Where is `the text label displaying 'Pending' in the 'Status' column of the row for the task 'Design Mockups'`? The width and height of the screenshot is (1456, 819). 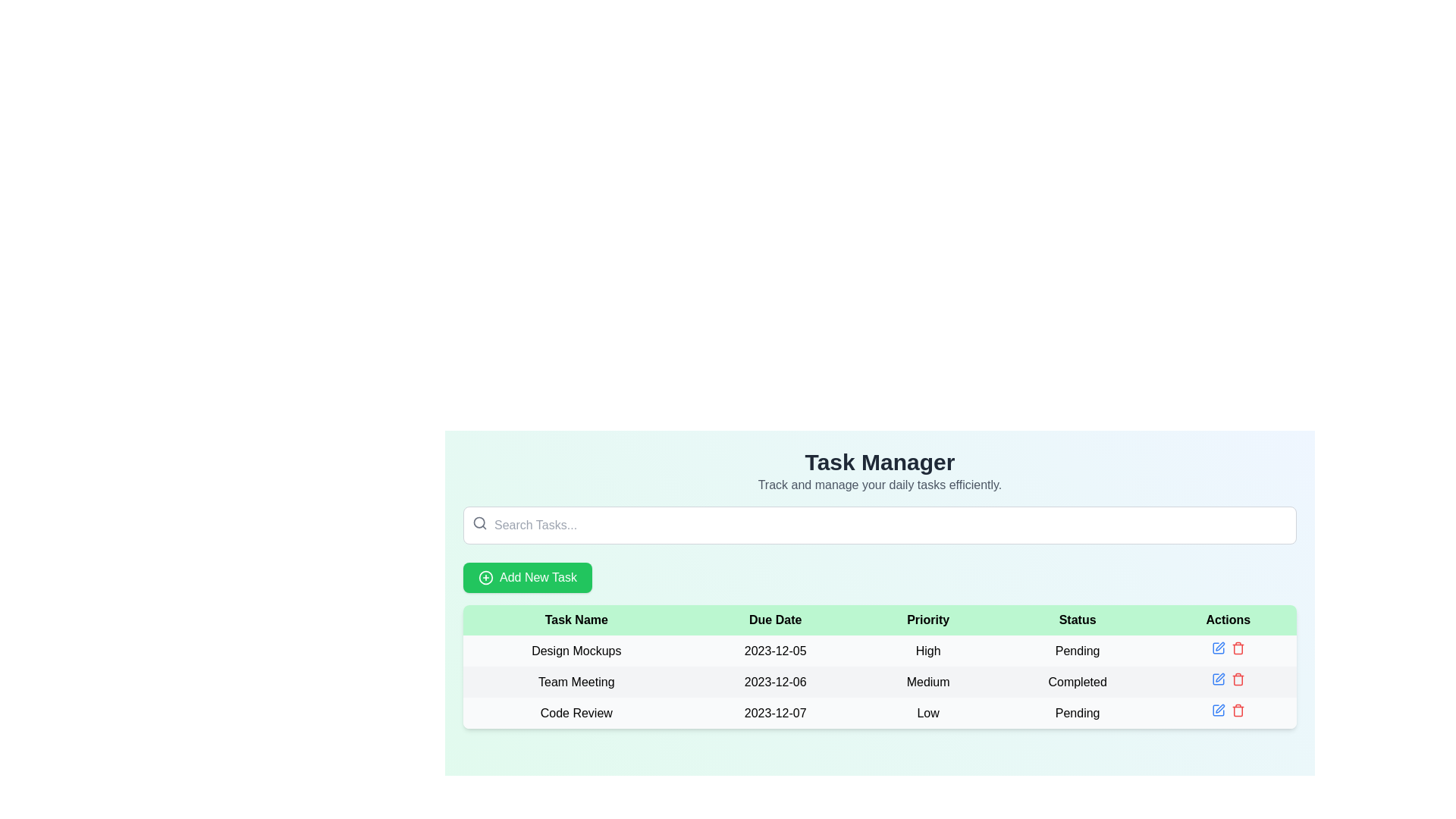
the text label displaying 'Pending' in the 'Status' column of the row for the task 'Design Mockups' is located at coordinates (1077, 650).